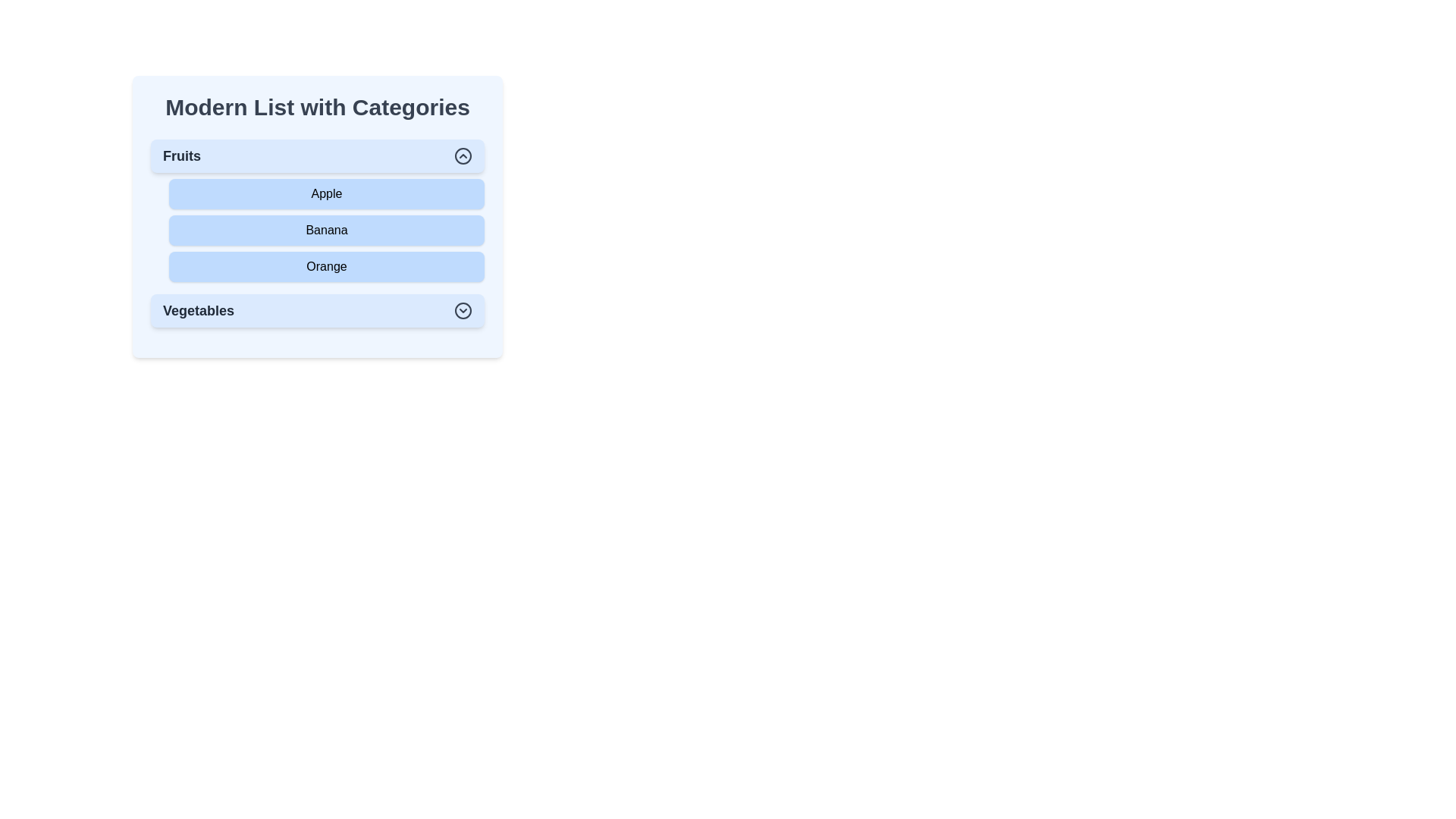  Describe the element at coordinates (326, 265) in the screenshot. I see `the item Orange from the list` at that location.